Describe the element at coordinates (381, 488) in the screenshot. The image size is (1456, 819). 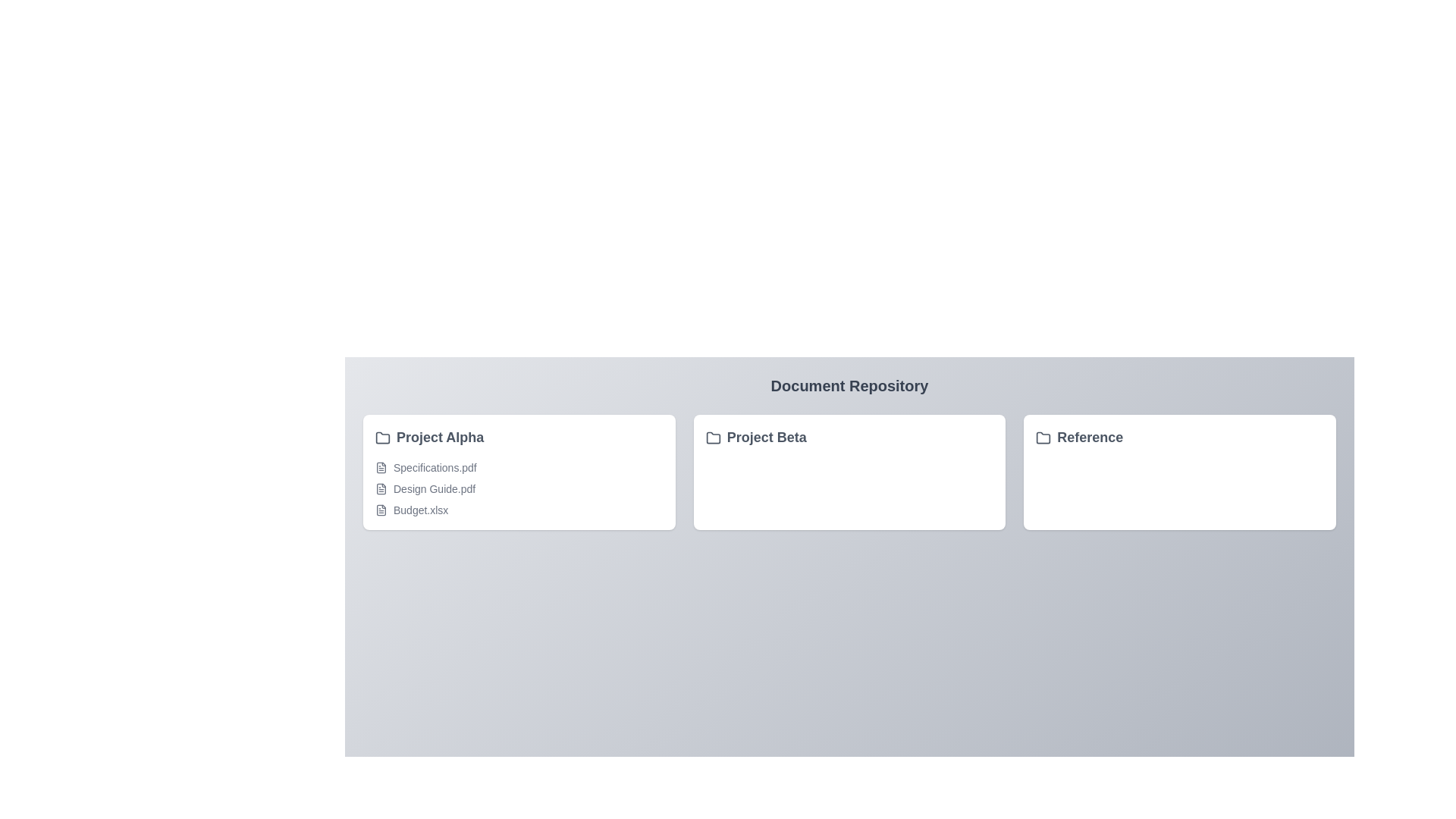
I see `the file icon representing 'Design Guide.pdf' in the second row of the file list under 'Project Alpha' for interaction` at that location.